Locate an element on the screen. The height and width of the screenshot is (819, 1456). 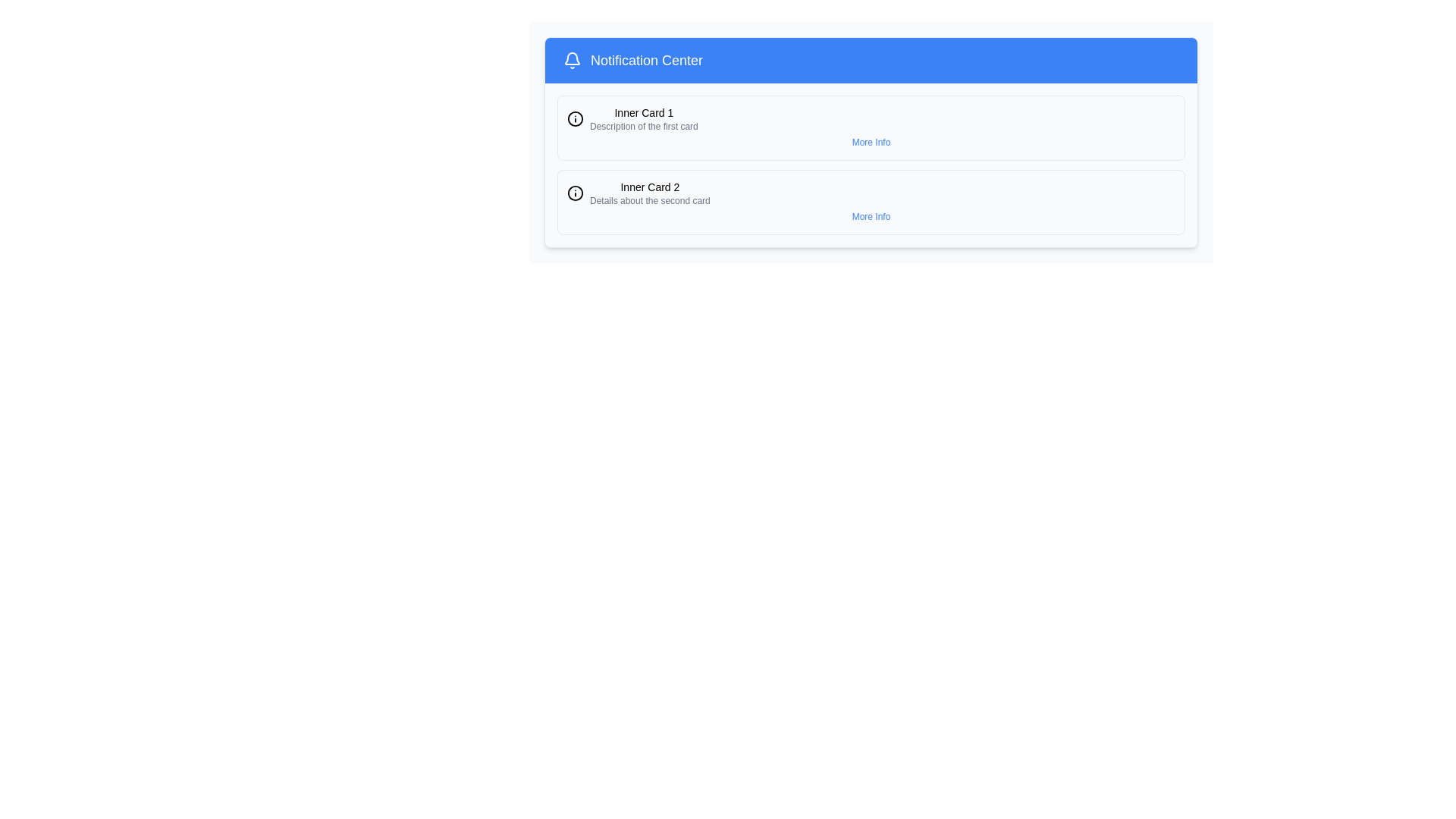
the text block titled 'Inner Card 2' which contains the subtitle 'Details about the second card', located in the second section of the notification list is located at coordinates (650, 192).